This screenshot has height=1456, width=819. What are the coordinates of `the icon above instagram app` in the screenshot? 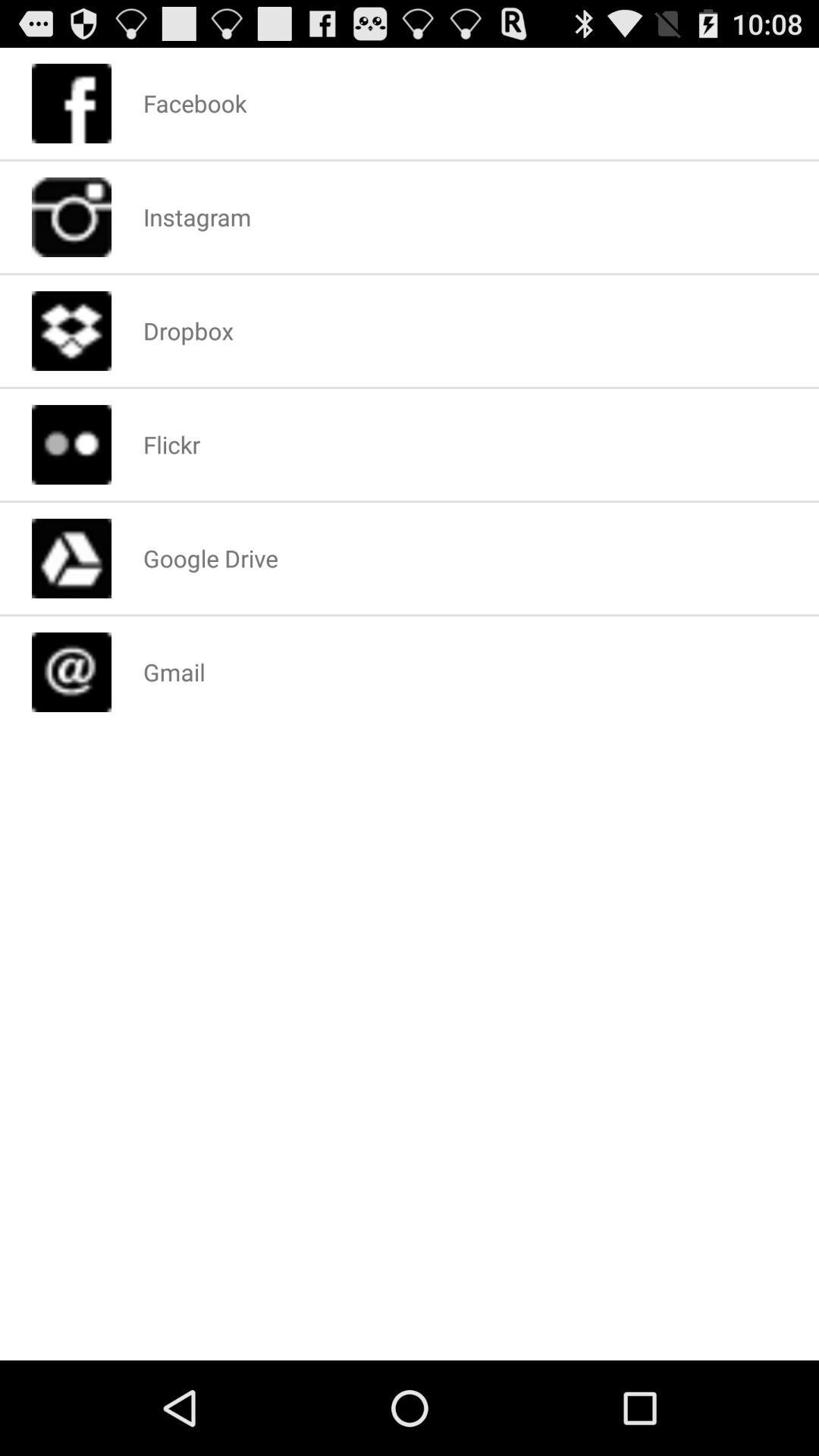 It's located at (194, 102).